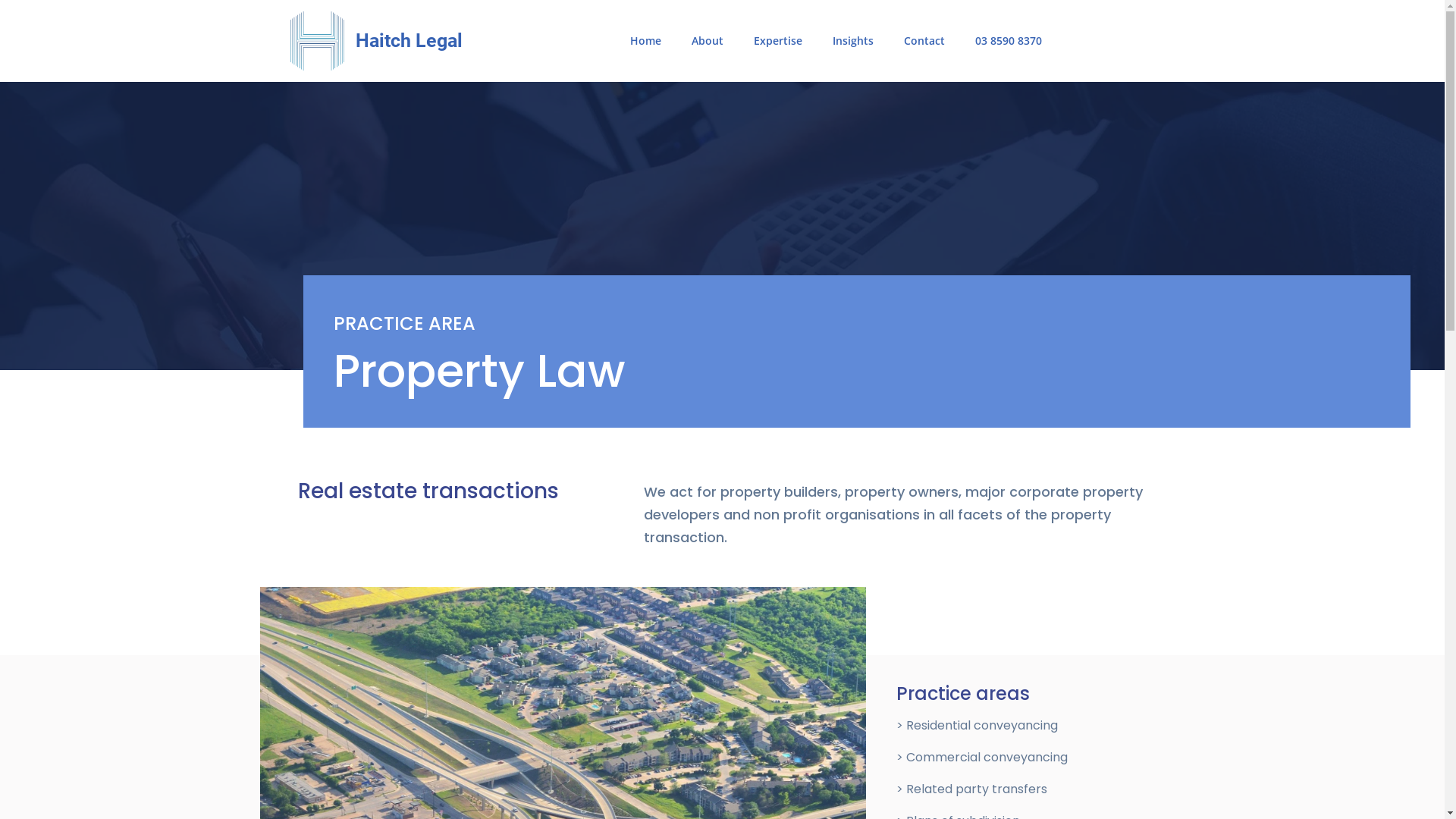  I want to click on 'Insights', so click(852, 40).